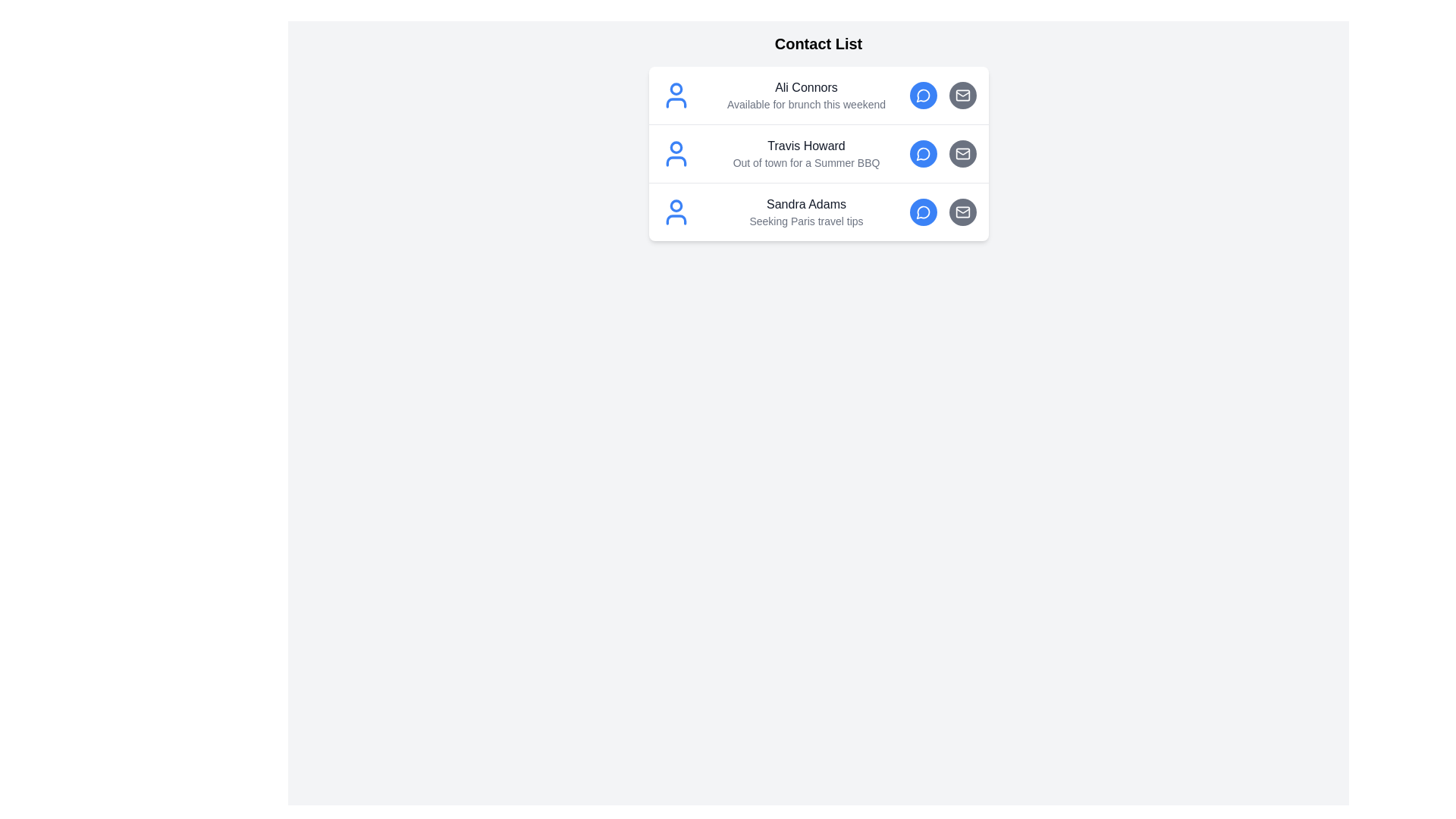 Image resolution: width=1456 pixels, height=819 pixels. What do you see at coordinates (805, 104) in the screenshot?
I see `the secondary descriptive text displaying 'Available for brunch this weekend', located below 'Ali Connors' in the Contact List component` at bounding box center [805, 104].